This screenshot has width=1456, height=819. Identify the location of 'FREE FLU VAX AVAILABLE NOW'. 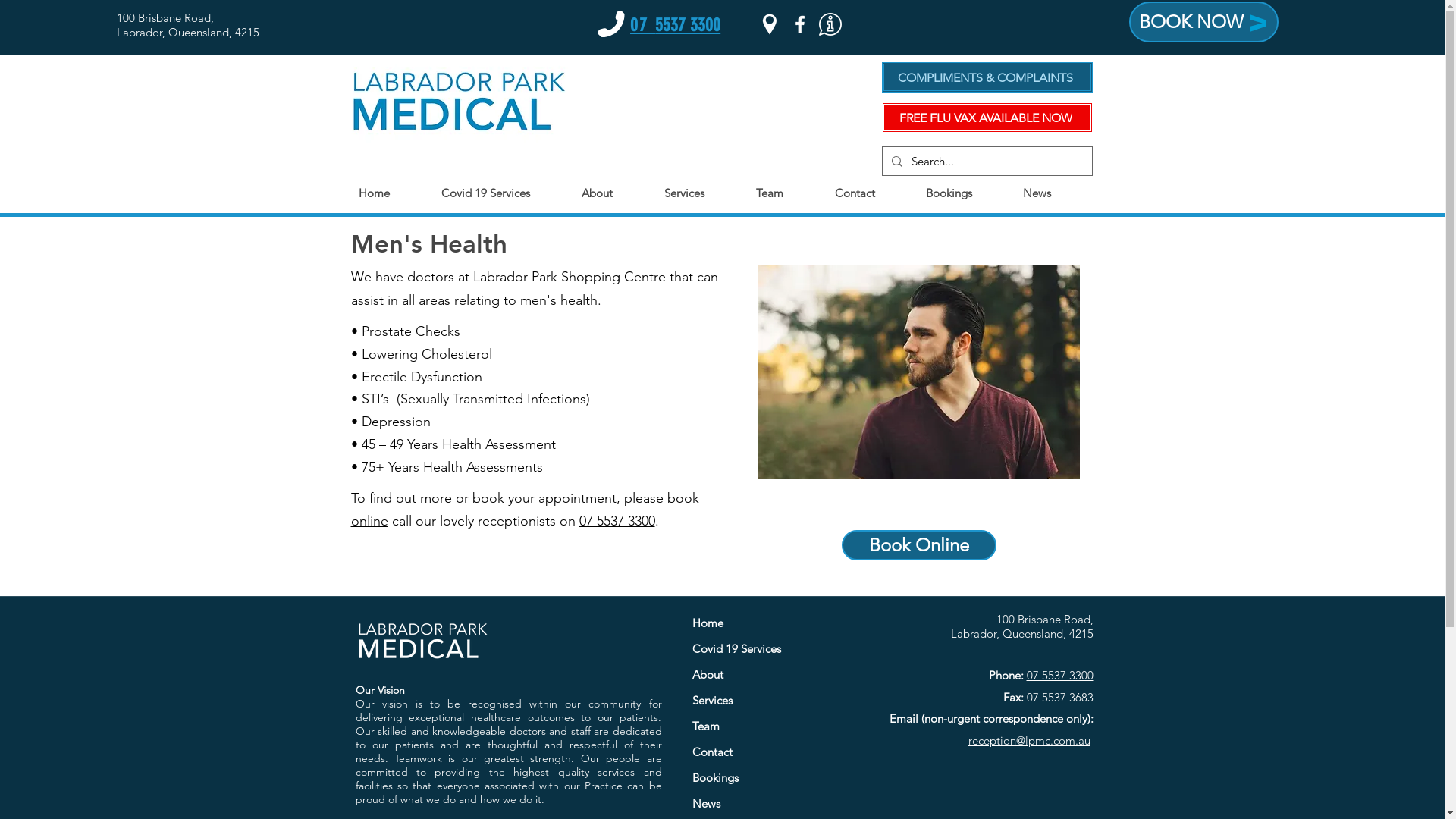
(880, 116).